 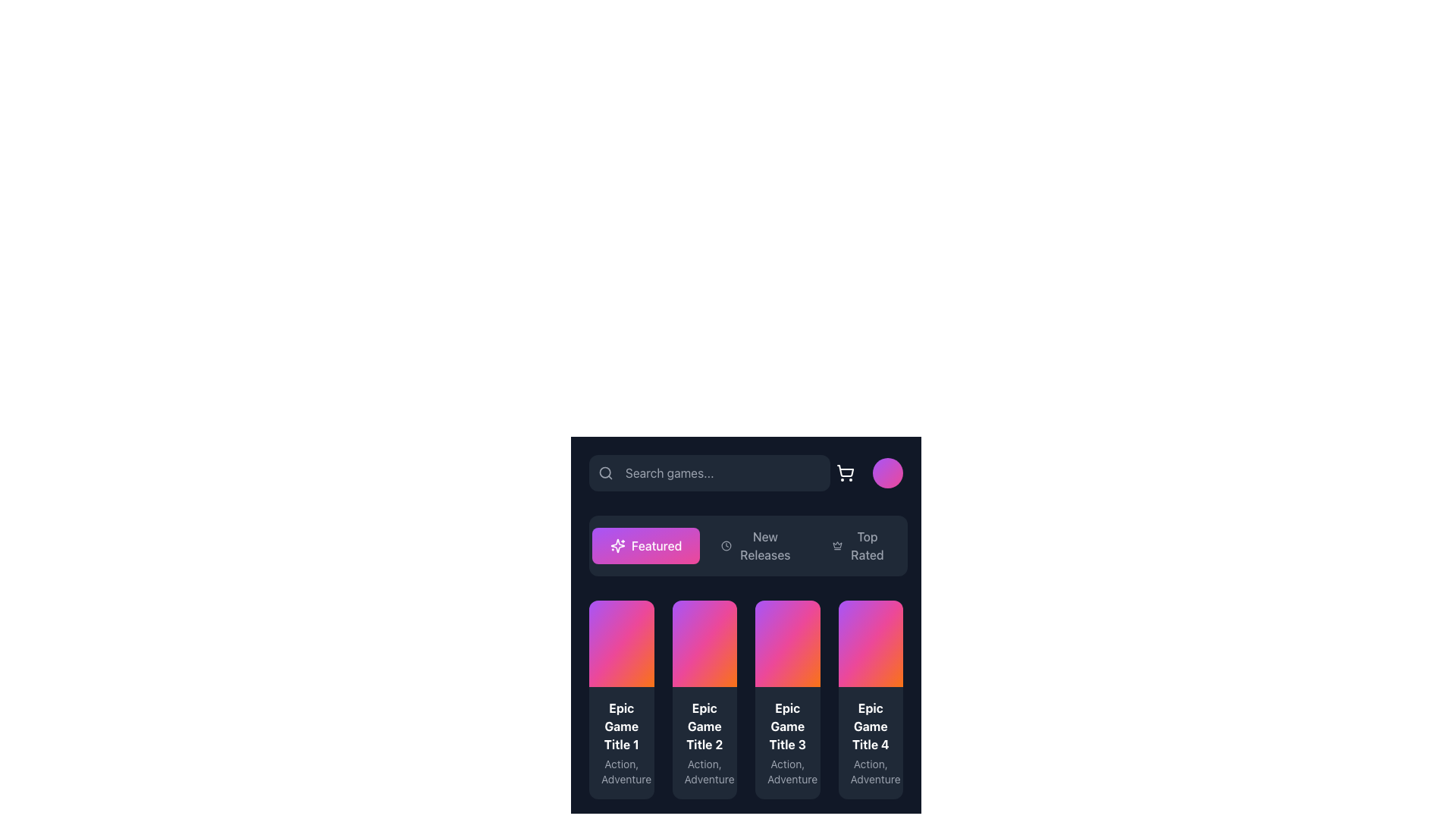 I want to click on the shopping cart icon button located in the top-right section of the interface, so click(x=844, y=472).